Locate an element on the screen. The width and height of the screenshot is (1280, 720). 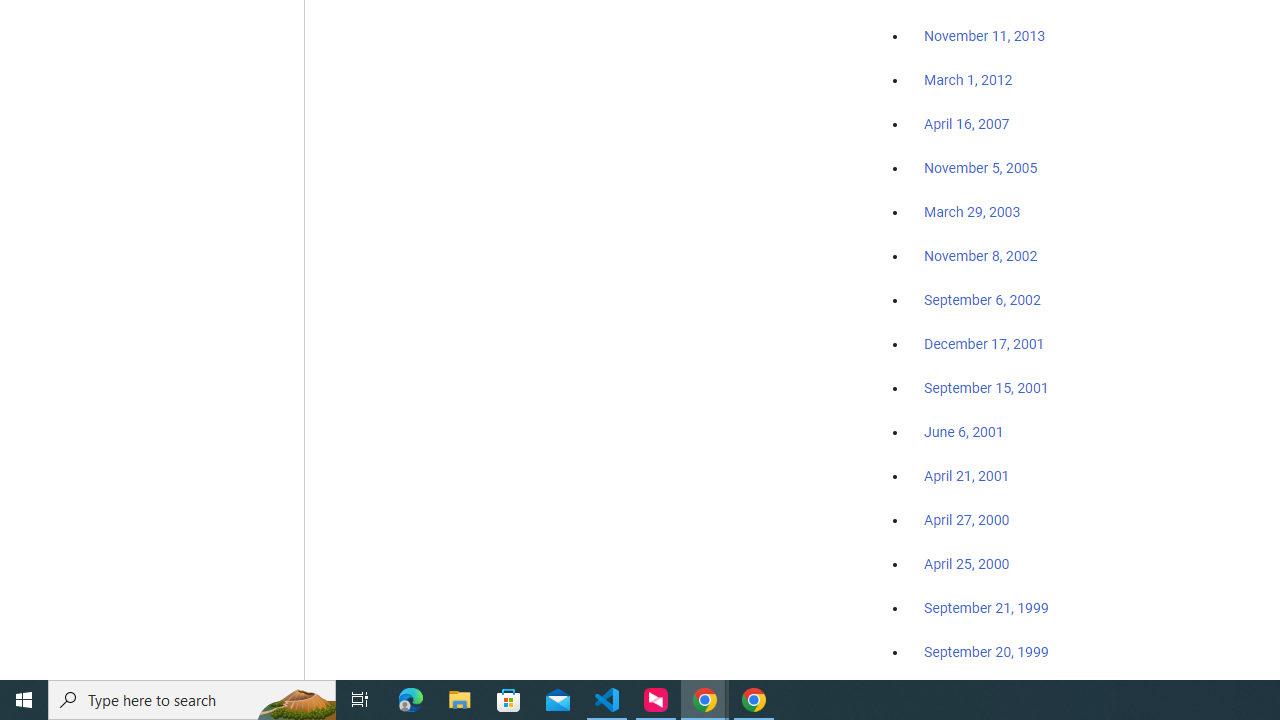
'April 25, 2000' is located at coordinates (967, 564).